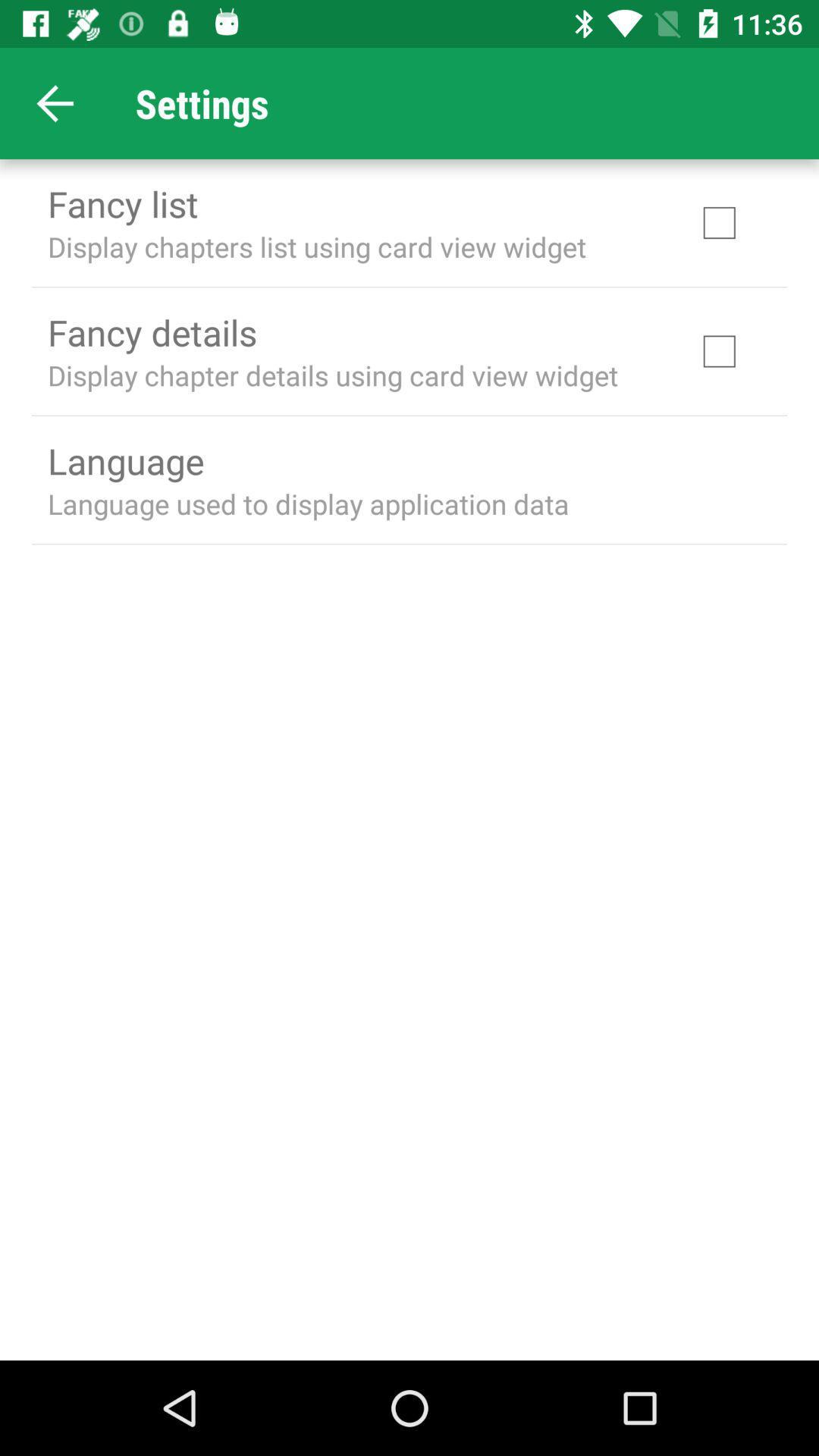 This screenshot has width=819, height=1456. I want to click on the item at the center, so click(307, 504).